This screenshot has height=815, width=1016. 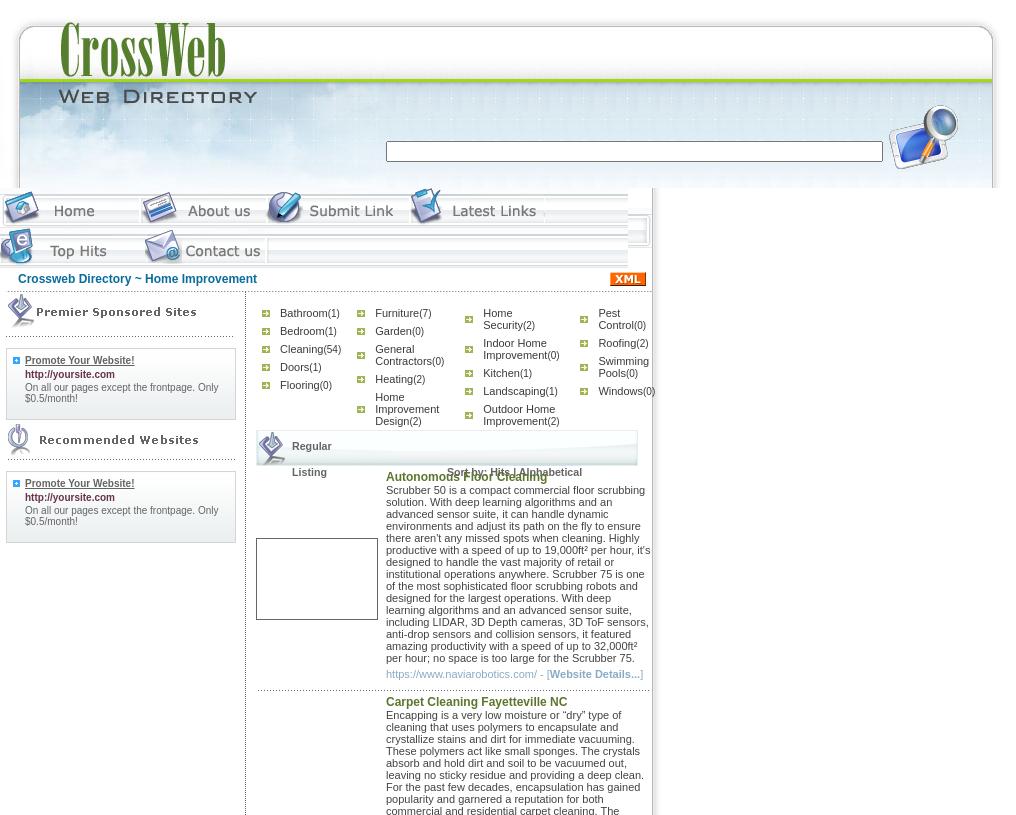 What do you see at coordinates (483, 372) in the screenshot?
I see `'Kitchen'` at bounding box center [483, 372].